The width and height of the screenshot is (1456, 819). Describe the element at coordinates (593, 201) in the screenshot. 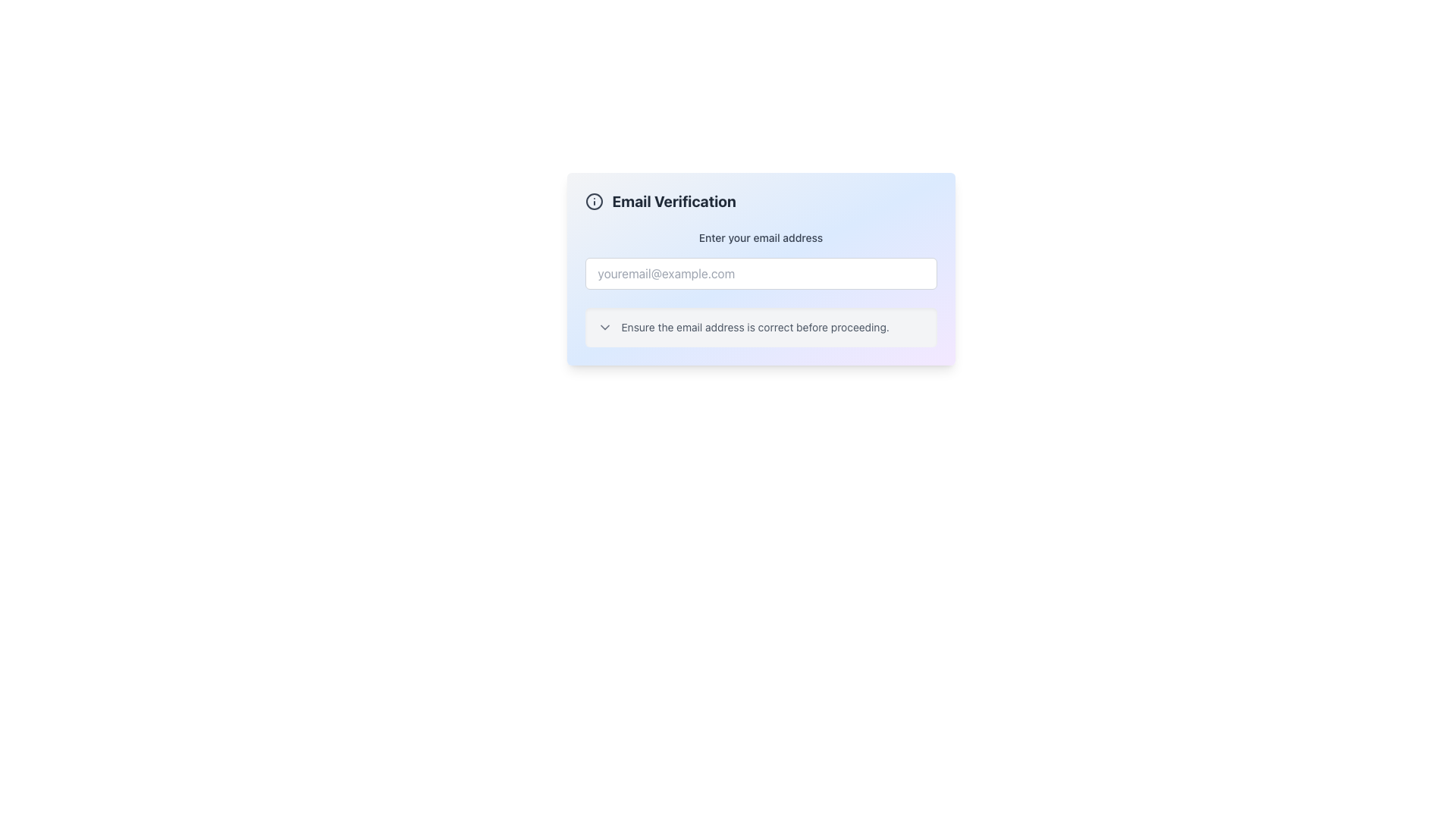

I see `the circular part of the 'info' icon located in the upper-left corner of the card layout next to the 'Email Verification' title text` at that location.